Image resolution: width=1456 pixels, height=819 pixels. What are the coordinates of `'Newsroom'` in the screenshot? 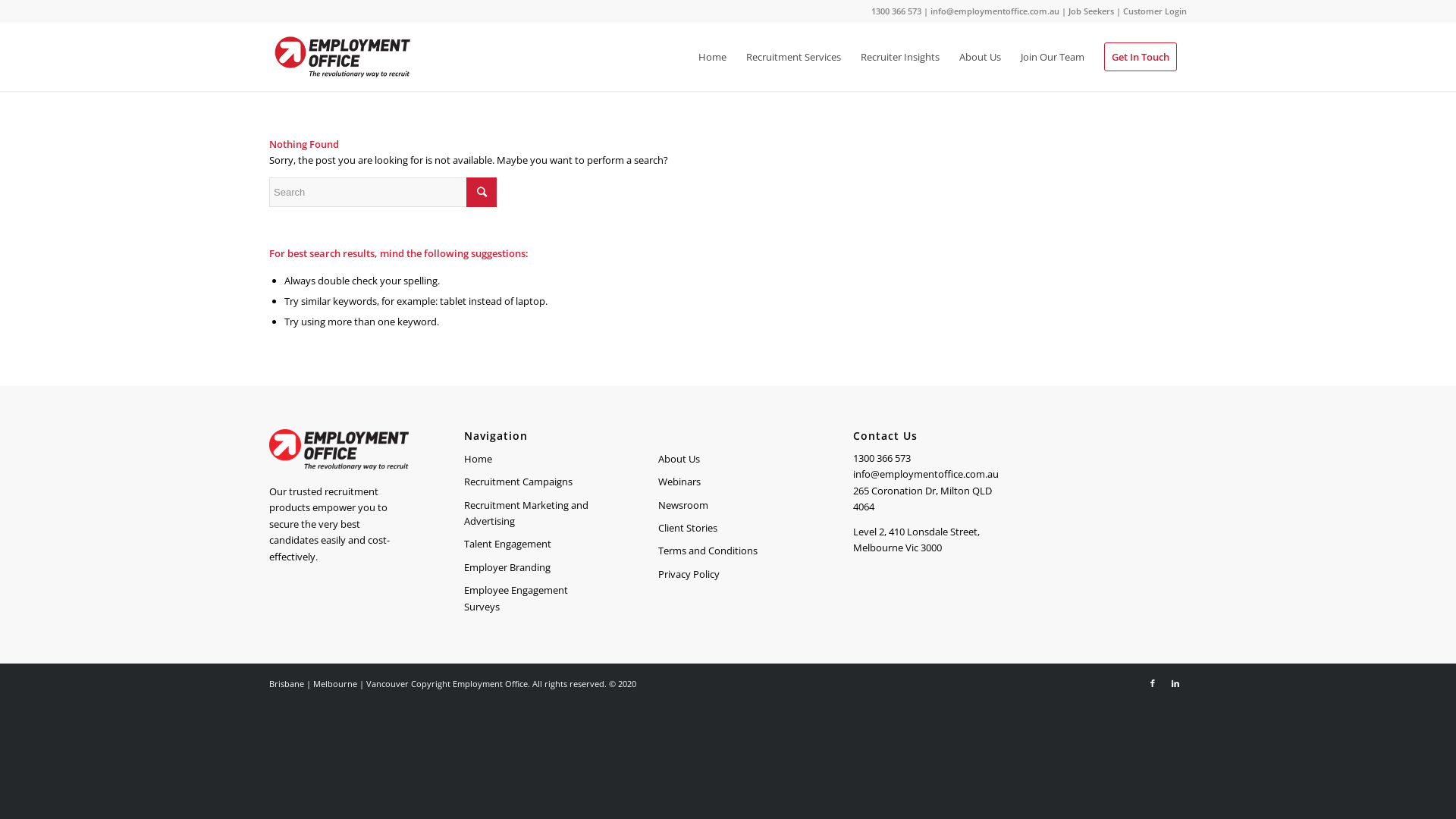 It's located at (728, 506).